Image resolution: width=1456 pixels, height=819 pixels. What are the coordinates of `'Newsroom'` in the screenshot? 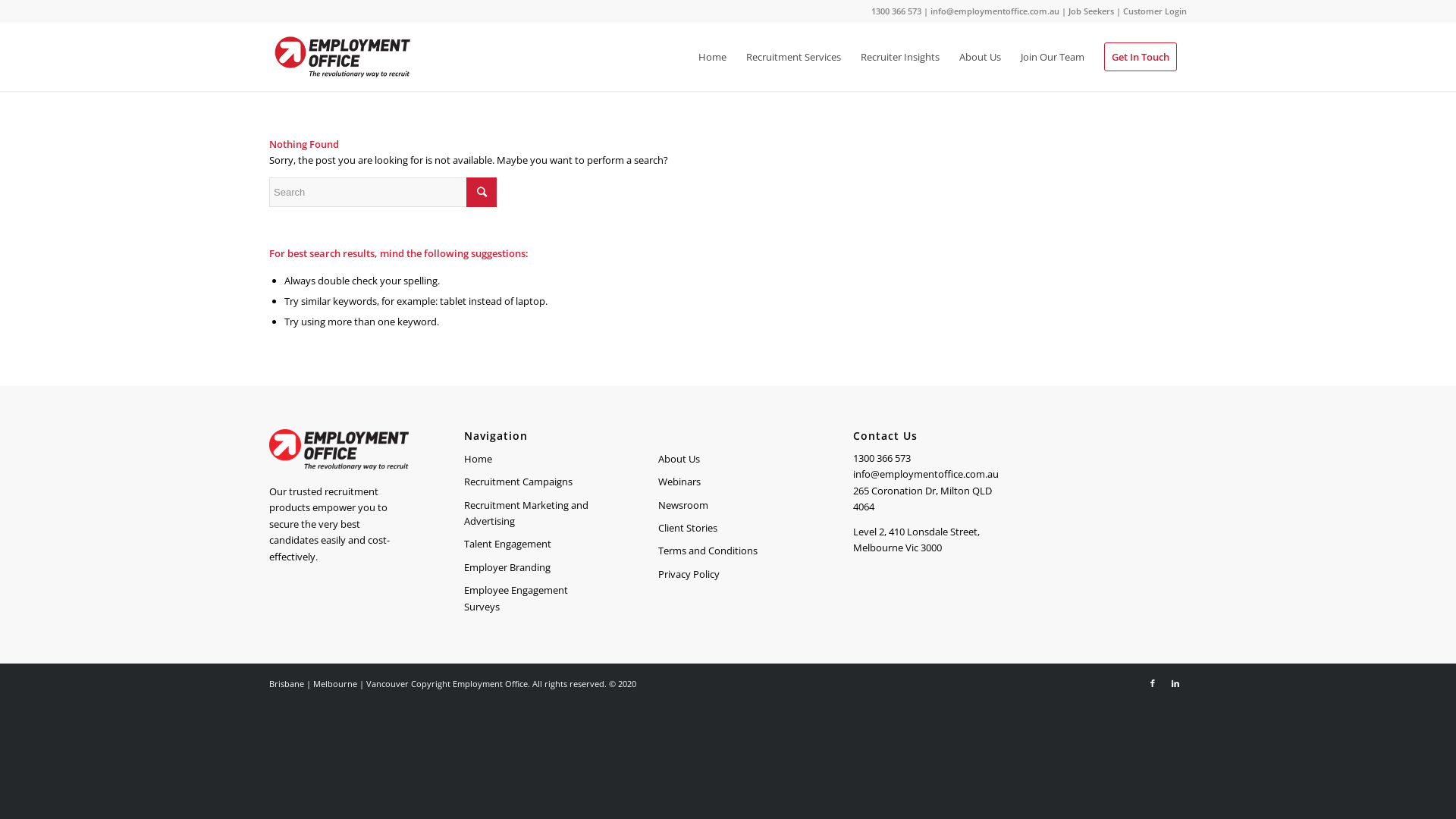 It's located at (728, 506).